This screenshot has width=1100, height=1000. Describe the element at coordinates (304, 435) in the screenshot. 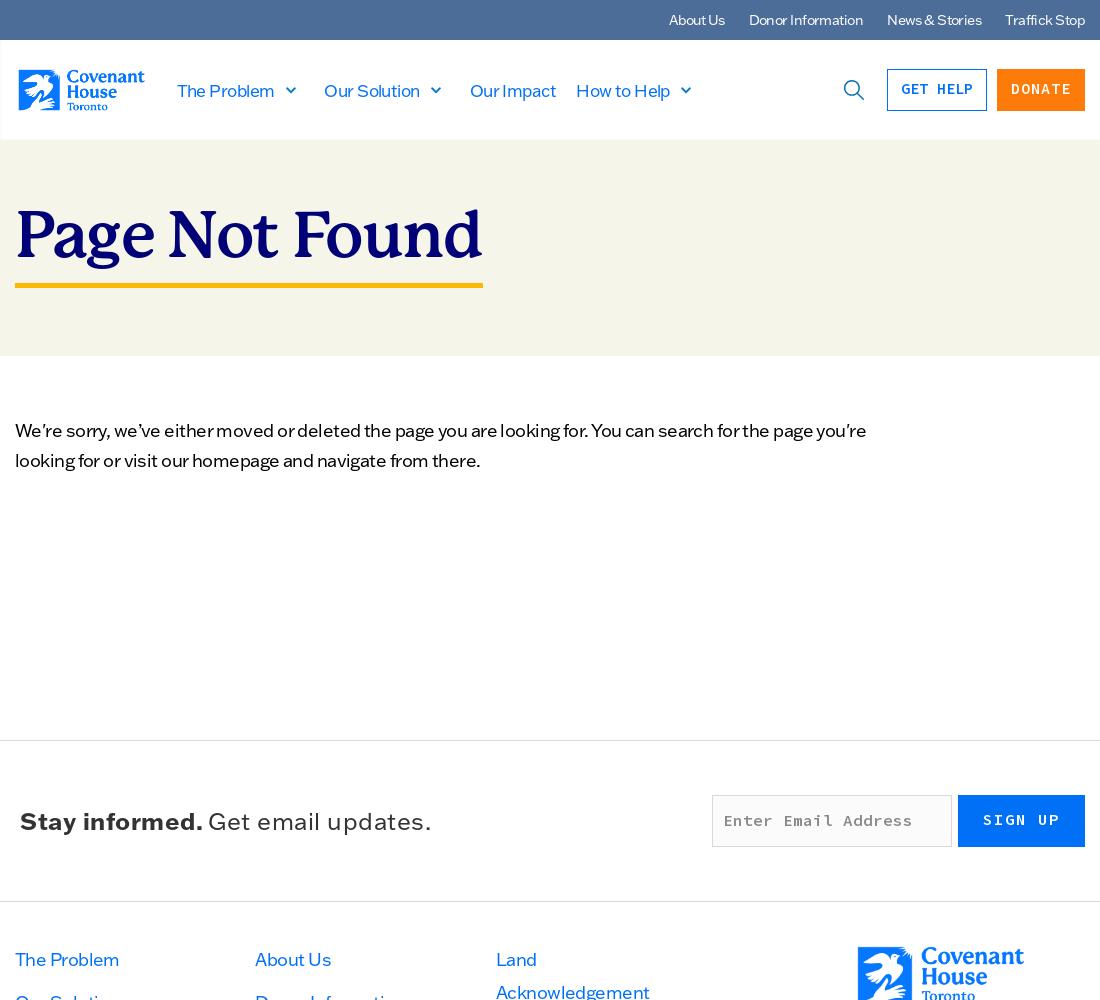

I see `'Donate Items'` at that location.